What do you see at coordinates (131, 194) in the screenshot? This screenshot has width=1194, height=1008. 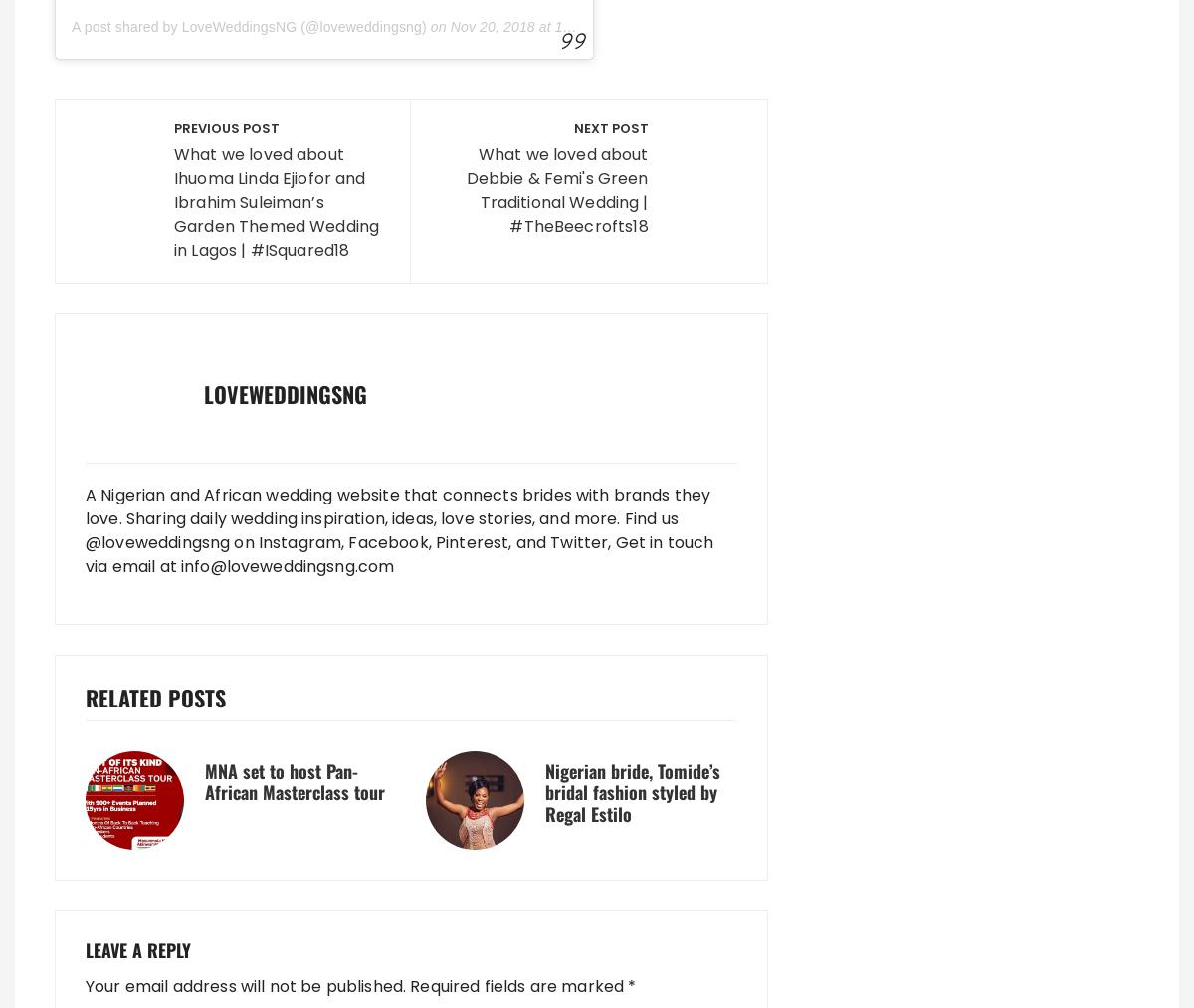 I see `'Comment'` at bounding box center [131, 194].